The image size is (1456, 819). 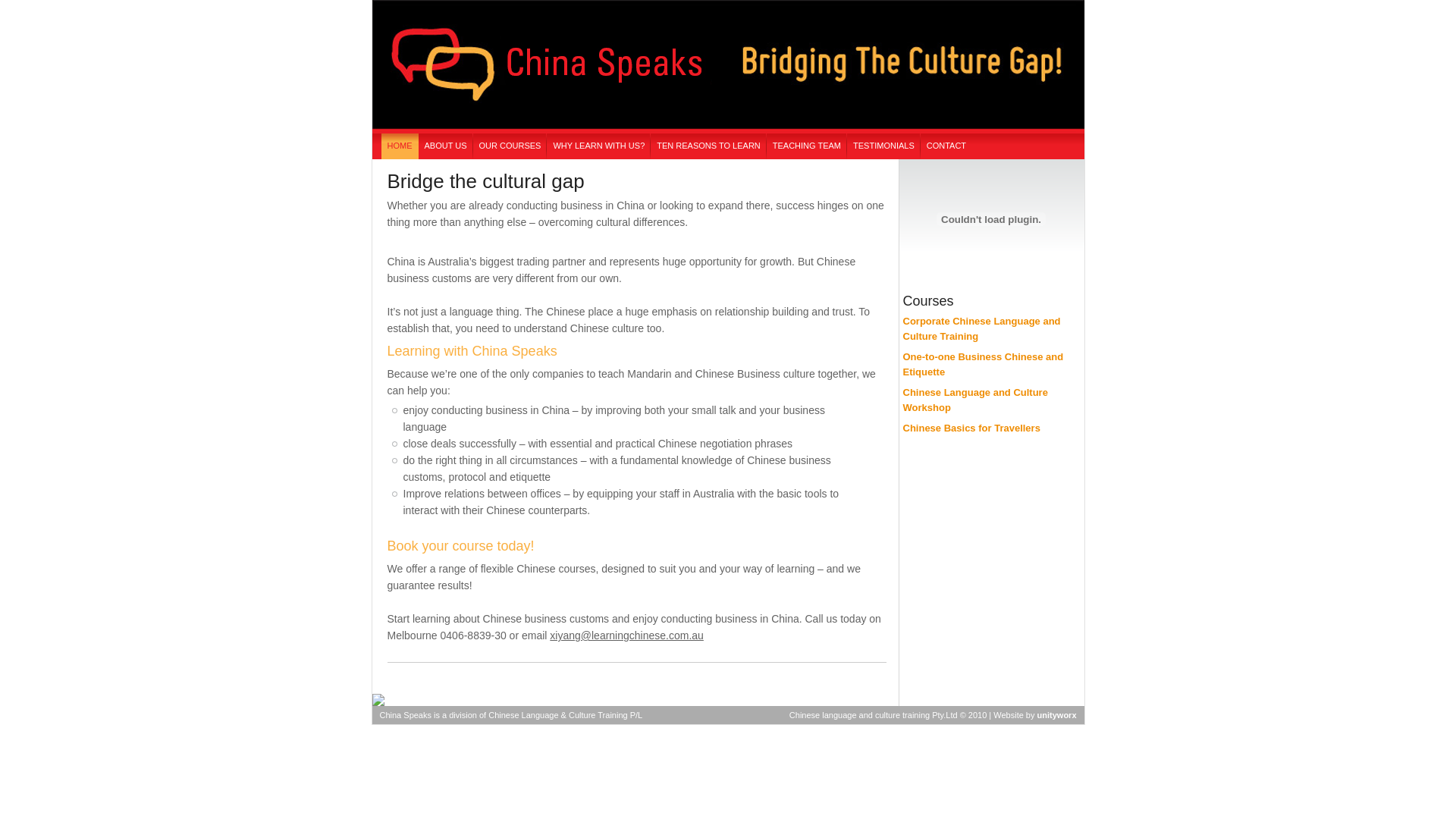 I want to click on 'xiyang@learningchinese.com.au', so click(x=548, y=635).